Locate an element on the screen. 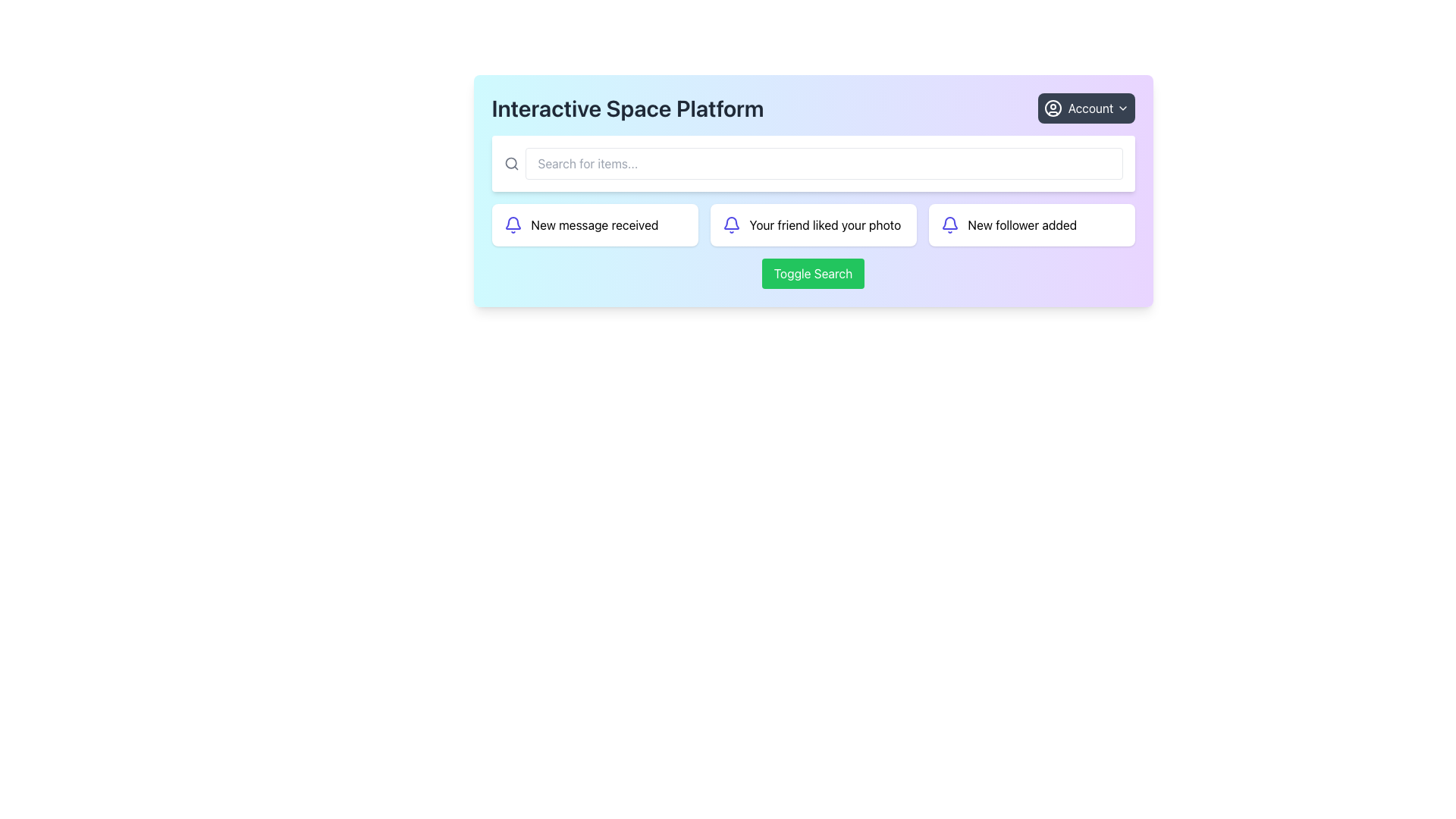  the circular part of the magnifying glass icon, which is used as a search symbol, located to the left of the search input field is located at coordinates (510, 163).